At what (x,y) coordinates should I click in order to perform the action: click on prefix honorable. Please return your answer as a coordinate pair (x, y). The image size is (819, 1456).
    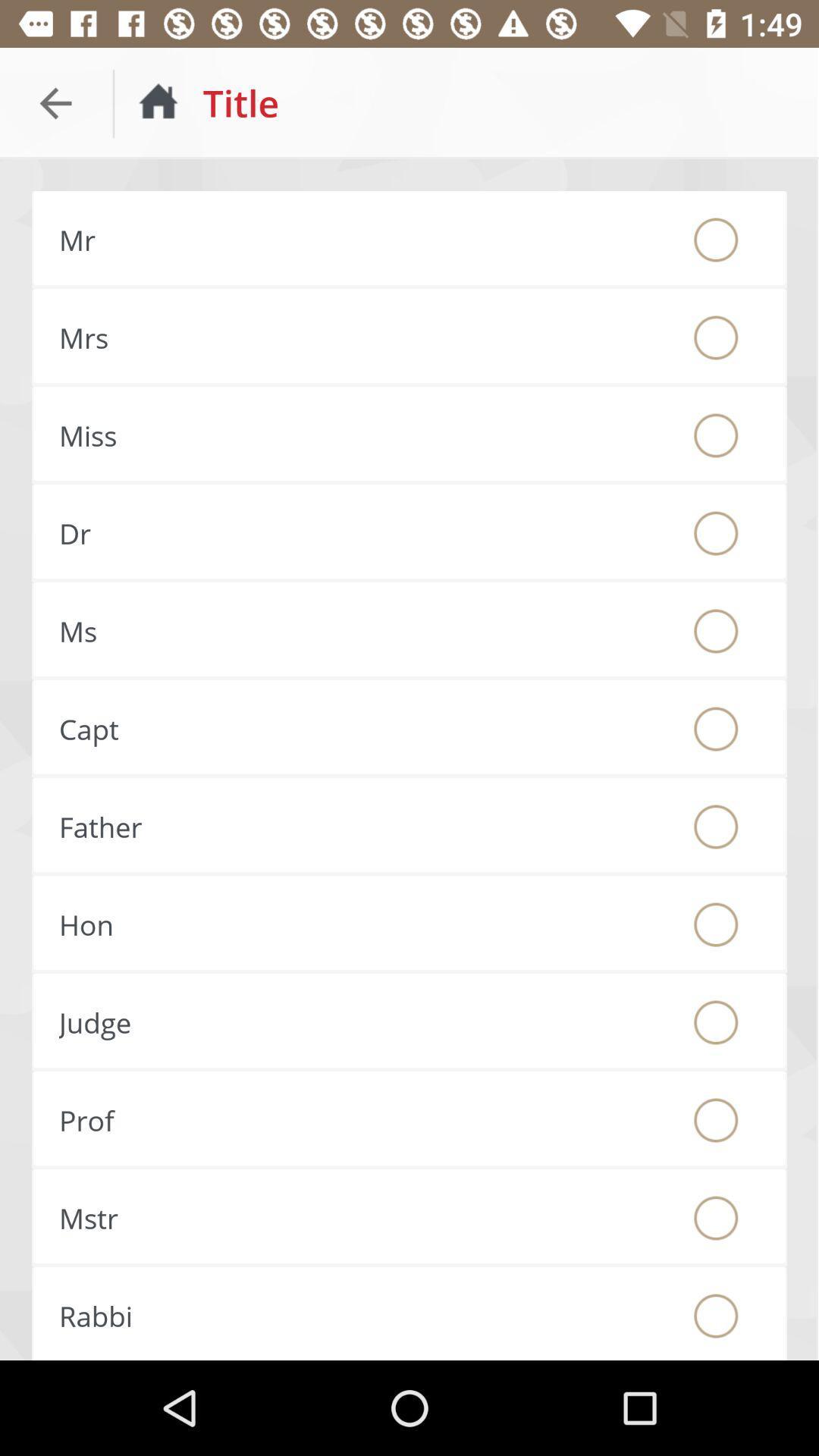
    Looking at the image, I should click on (716, 924).